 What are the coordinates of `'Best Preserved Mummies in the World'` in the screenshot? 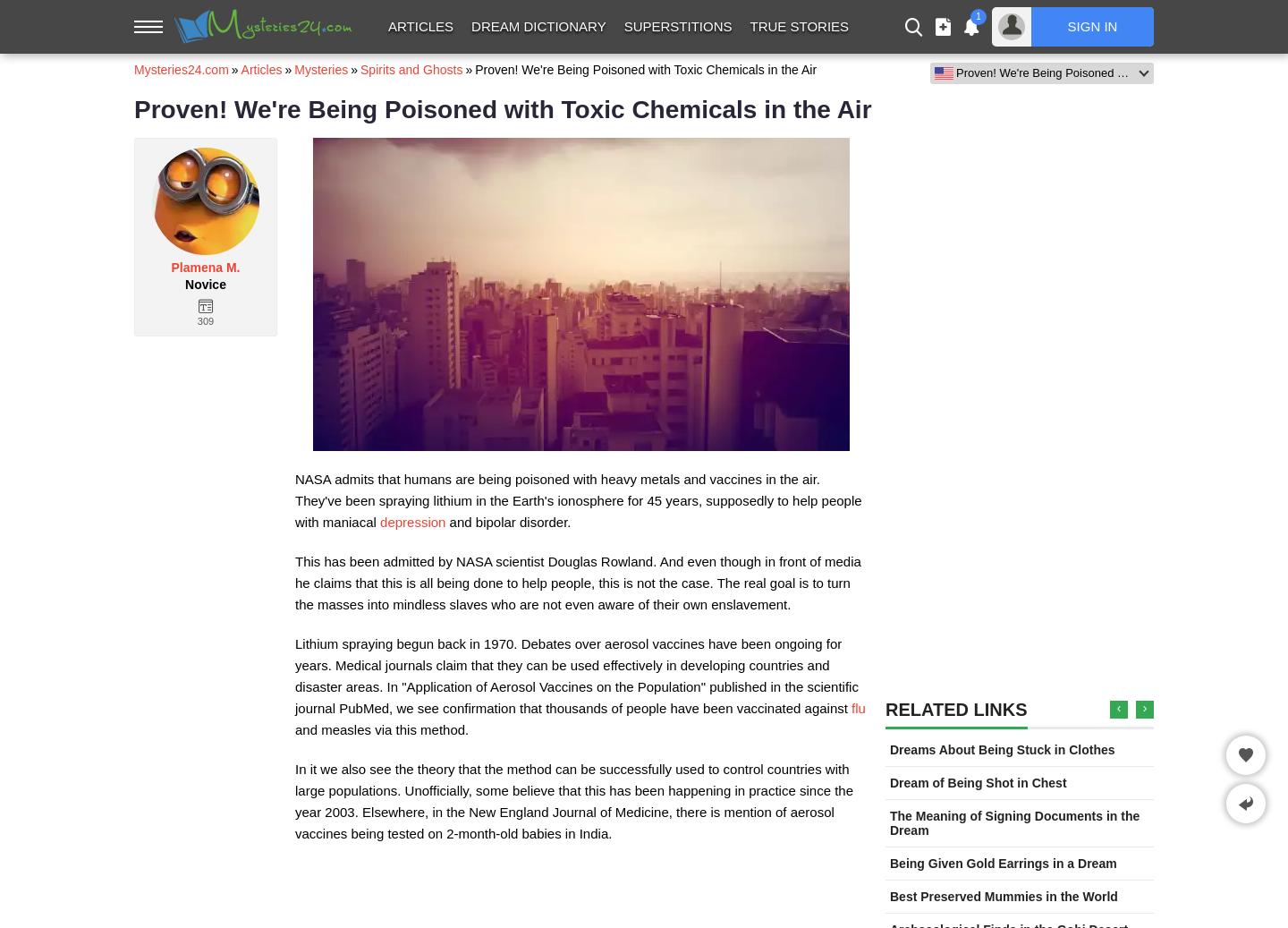 It's located at (1003, 896).